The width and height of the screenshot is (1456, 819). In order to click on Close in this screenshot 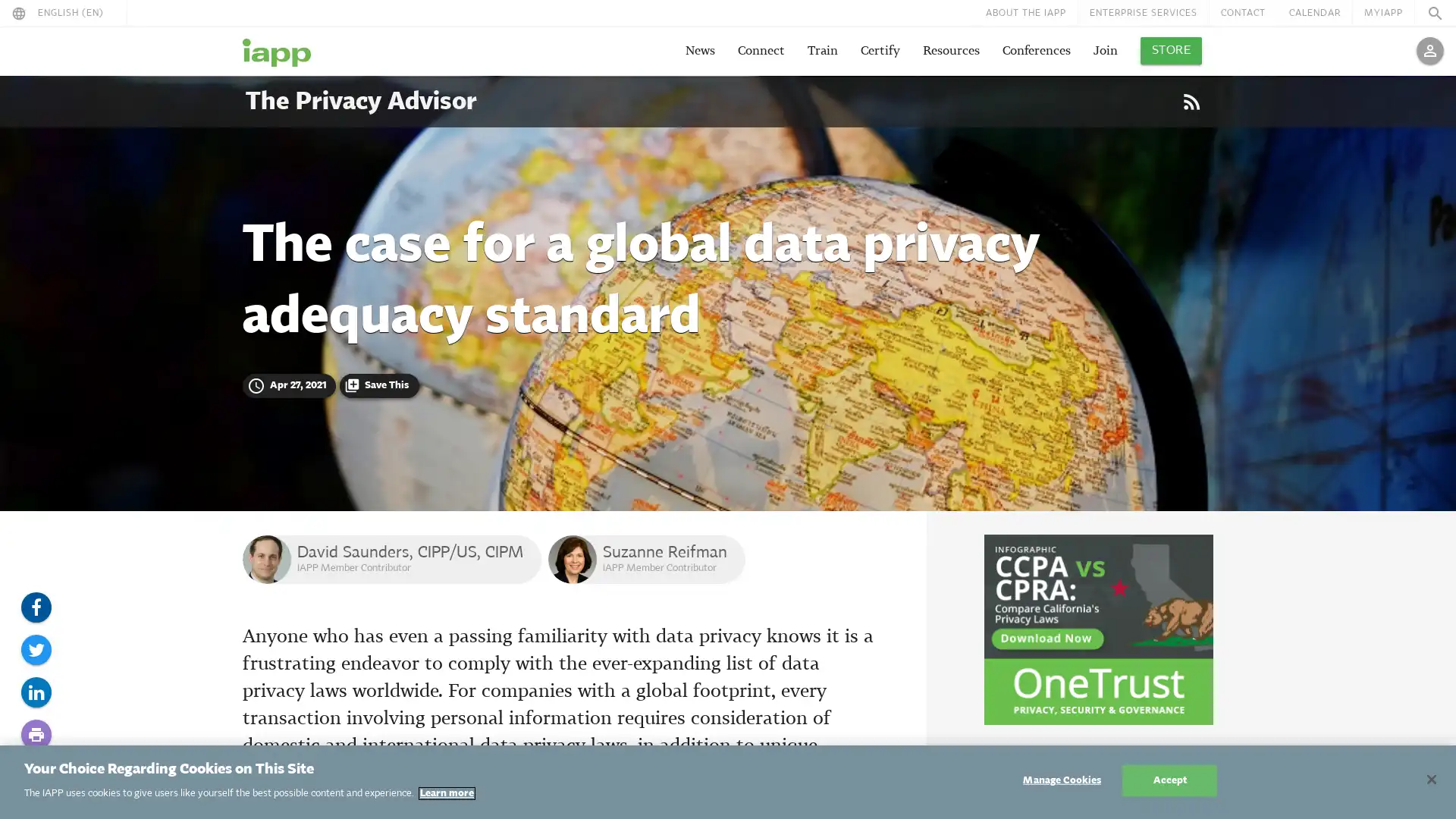, I will do `click(1430, 780)`.